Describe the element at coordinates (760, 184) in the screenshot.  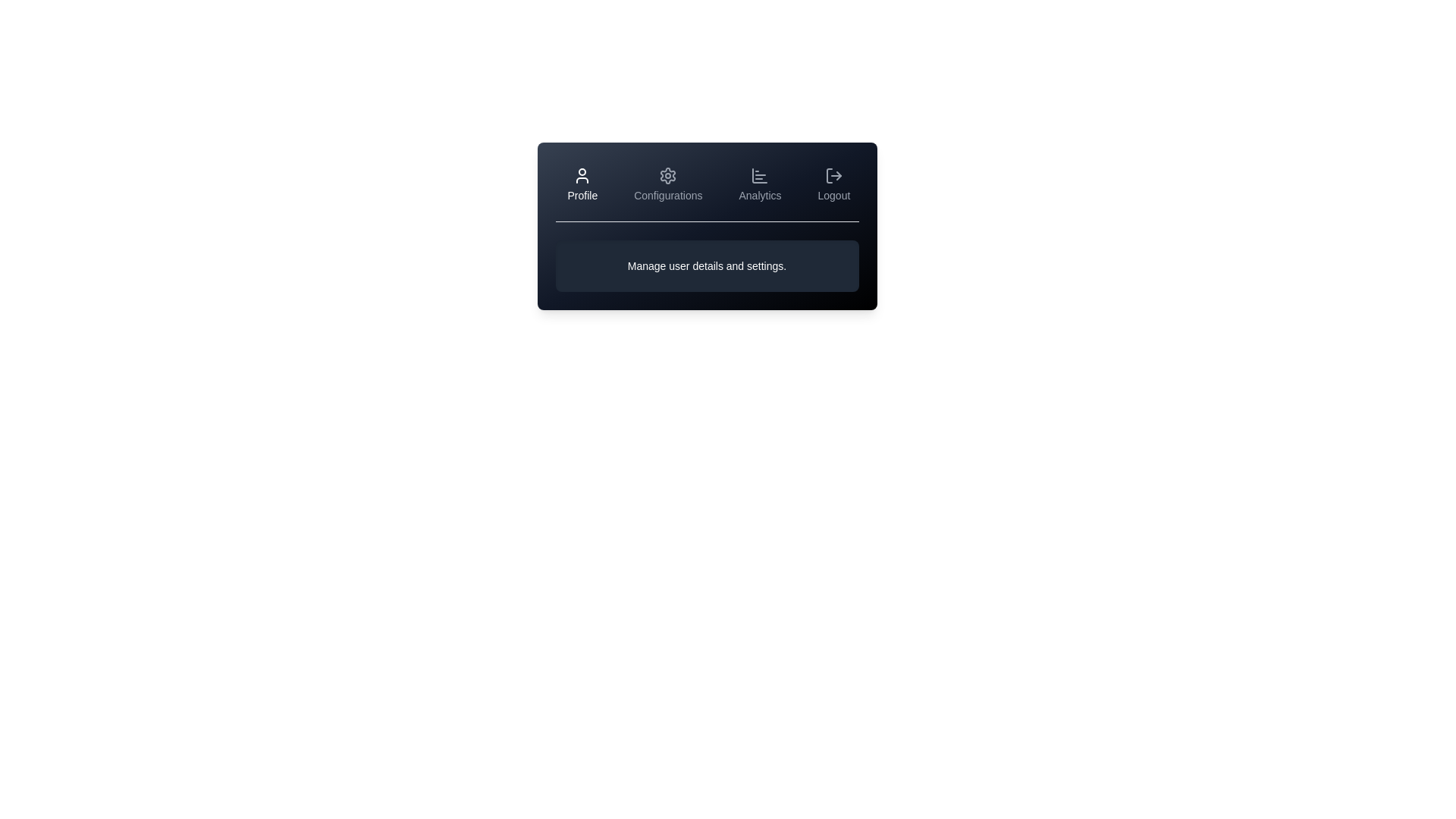
I see `the tab labeled Analytics` at that location.